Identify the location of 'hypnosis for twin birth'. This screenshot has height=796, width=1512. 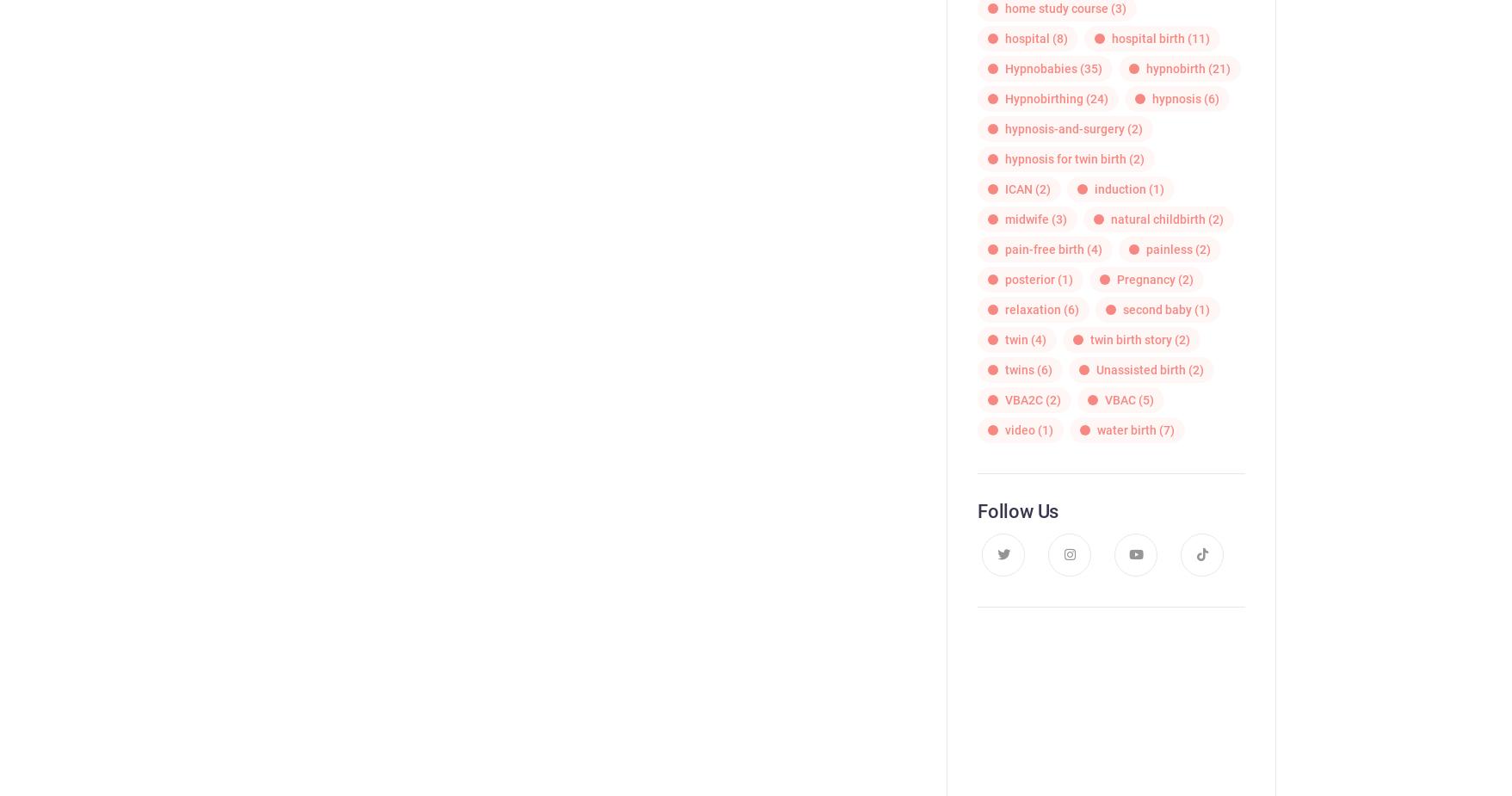
(1065, 157).